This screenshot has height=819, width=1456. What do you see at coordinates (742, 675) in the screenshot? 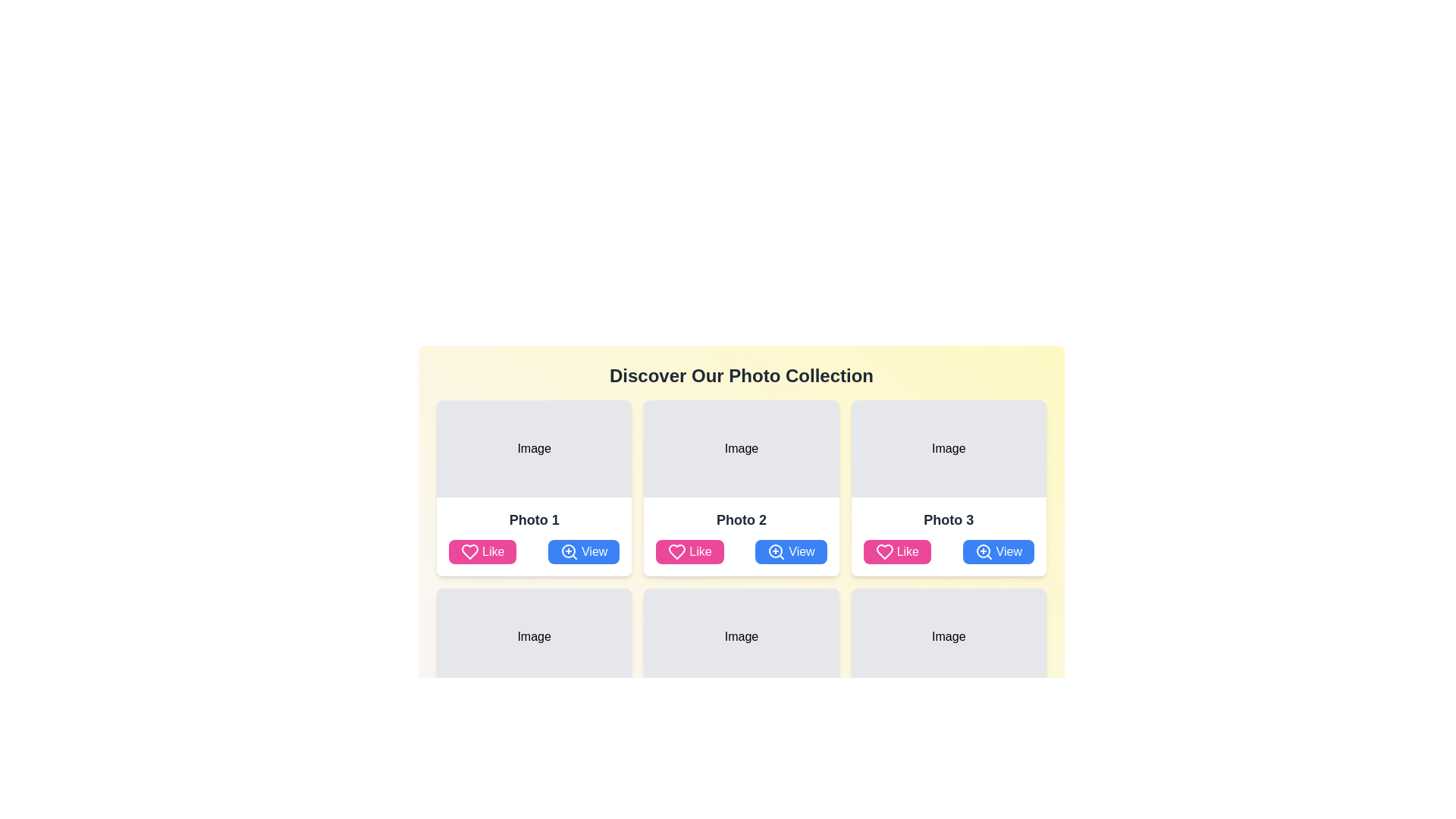
I see `the card element with a grey background and centered text 'Image' located in the second row, first column of the grid layout under the header 'Discover Our Photo Collection'` at bounding box center [742, 675].